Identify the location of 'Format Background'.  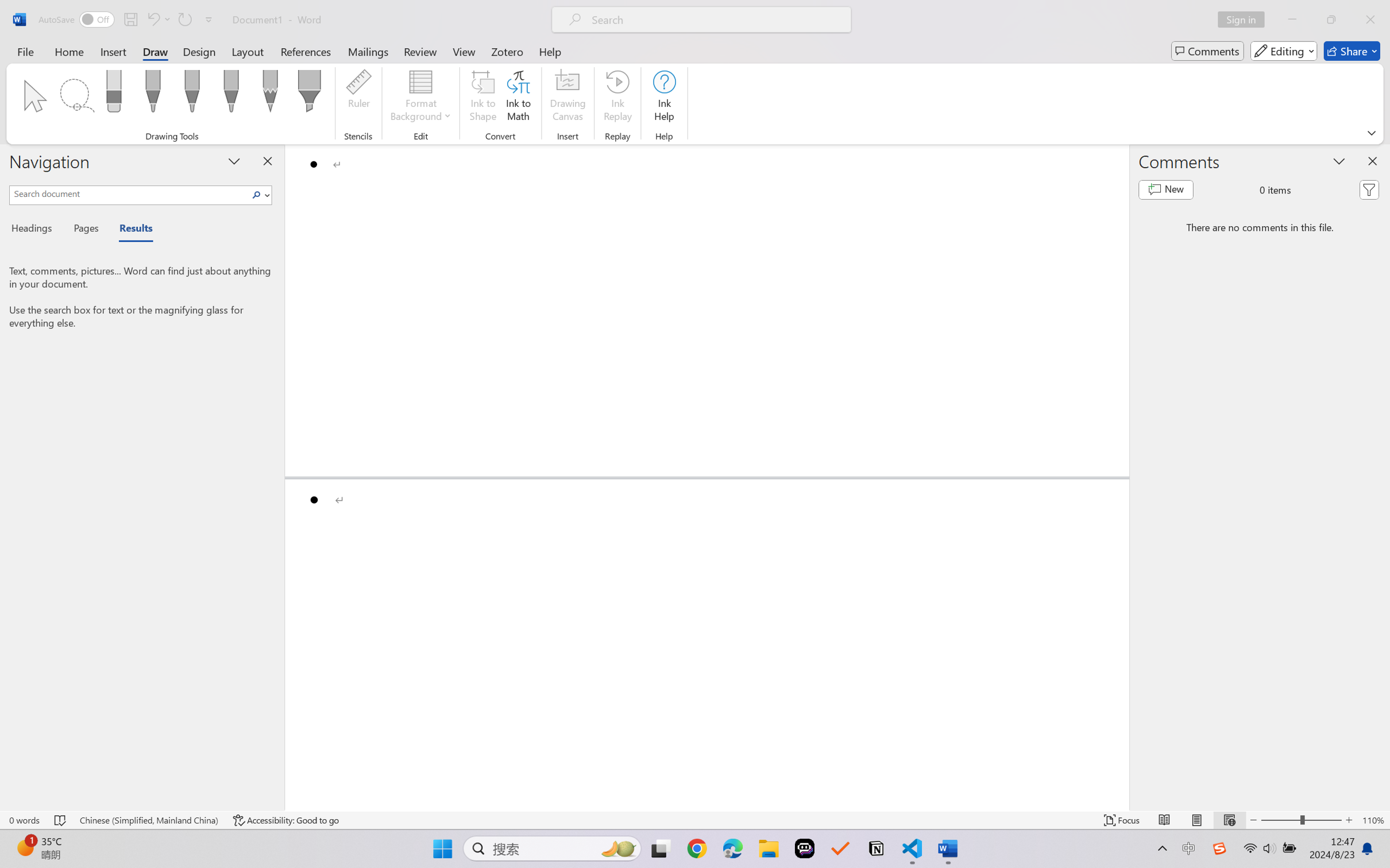
(420, 98).